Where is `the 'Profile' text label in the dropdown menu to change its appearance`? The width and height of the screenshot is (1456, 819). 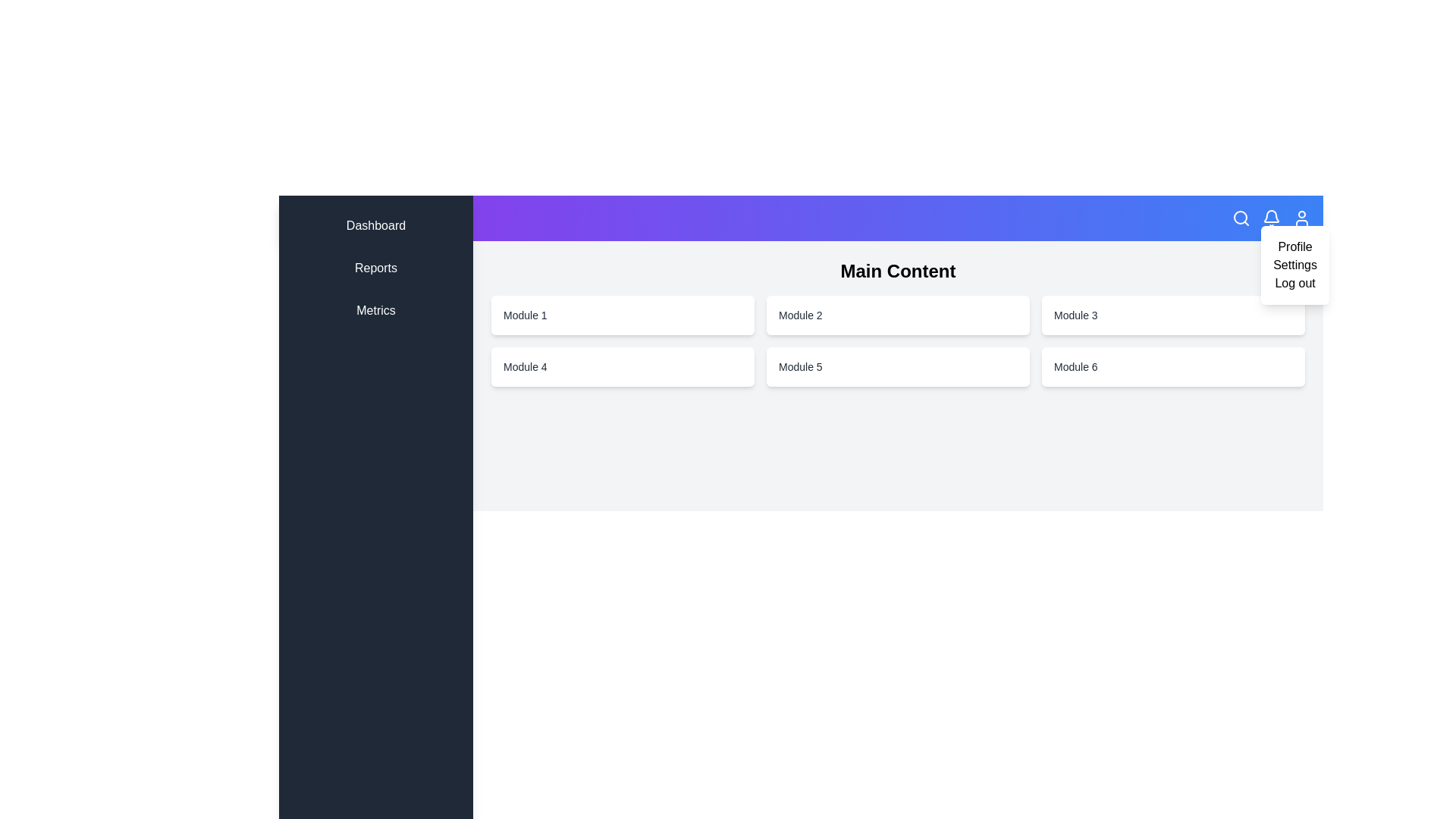
the 'Profile' text label in the dropdown menu to change its appearance is located at coordinates (1294, 246).